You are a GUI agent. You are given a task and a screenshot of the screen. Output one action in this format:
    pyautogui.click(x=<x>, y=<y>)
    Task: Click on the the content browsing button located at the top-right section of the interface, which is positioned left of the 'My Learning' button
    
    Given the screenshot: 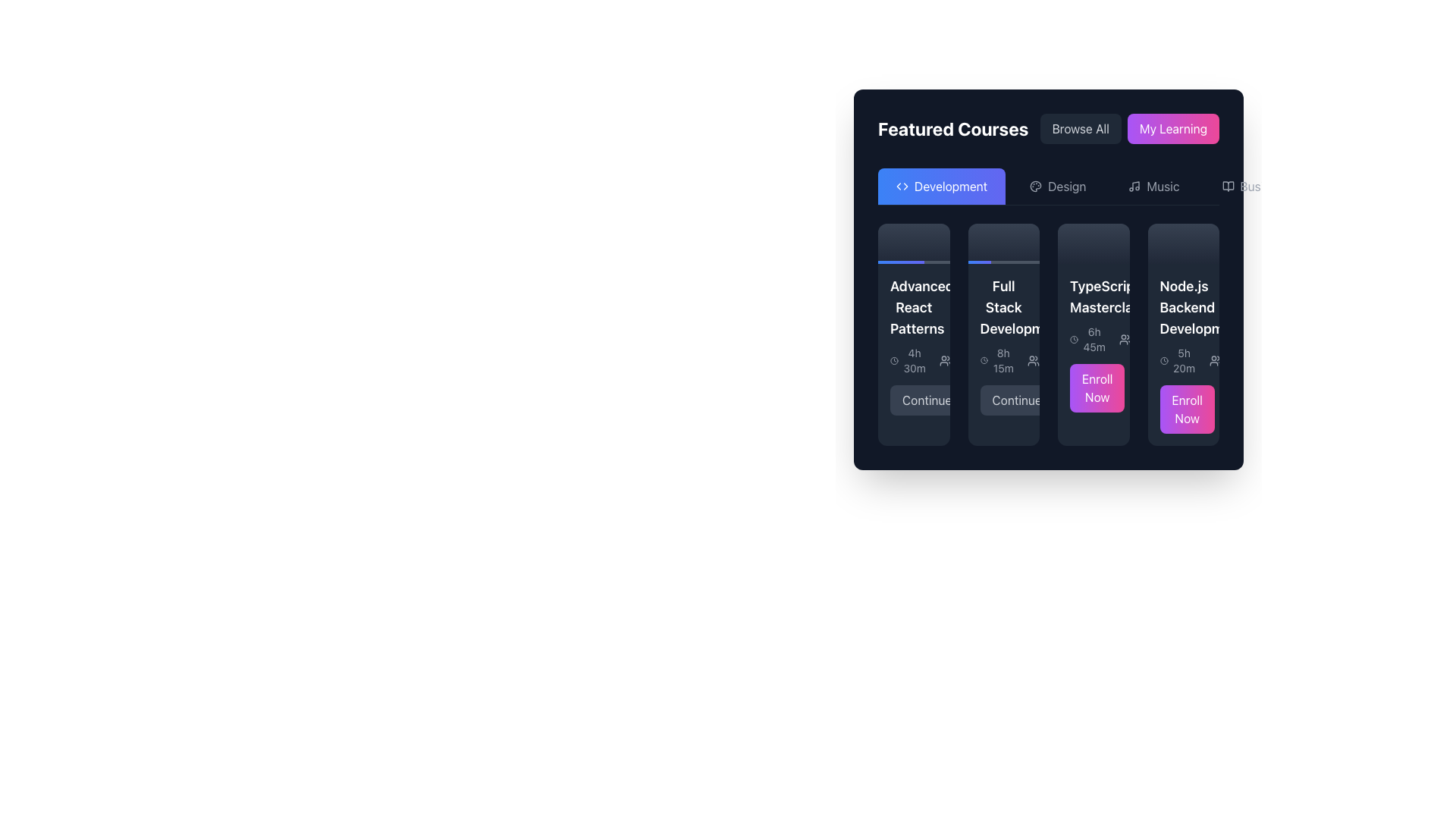 What is the action you would take?
    pyautogui.click(x=1080, y=127)
    